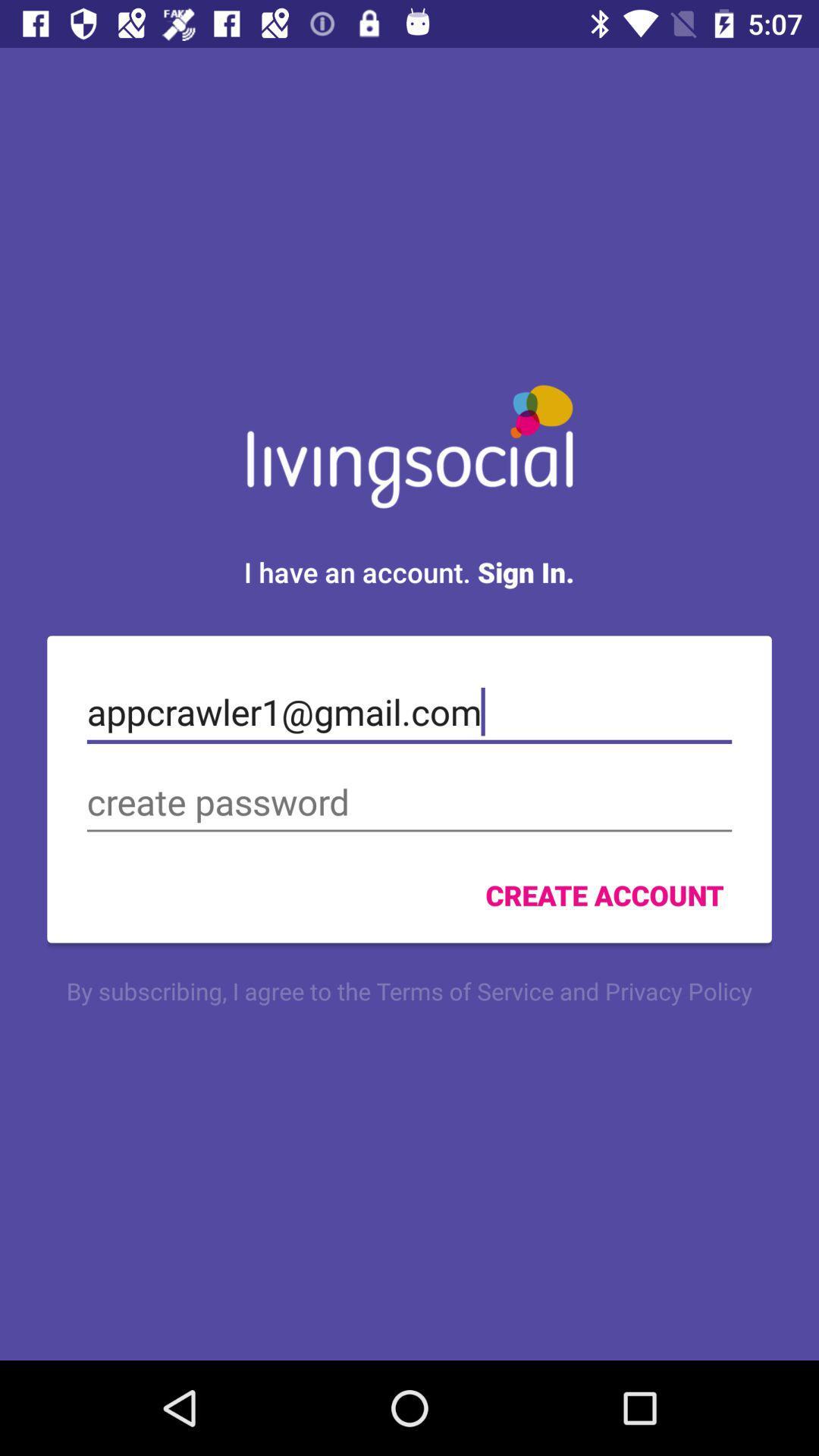  Describe the element at coordinates (408, 571) in the screenshot. I see `the i have an item` at that location.